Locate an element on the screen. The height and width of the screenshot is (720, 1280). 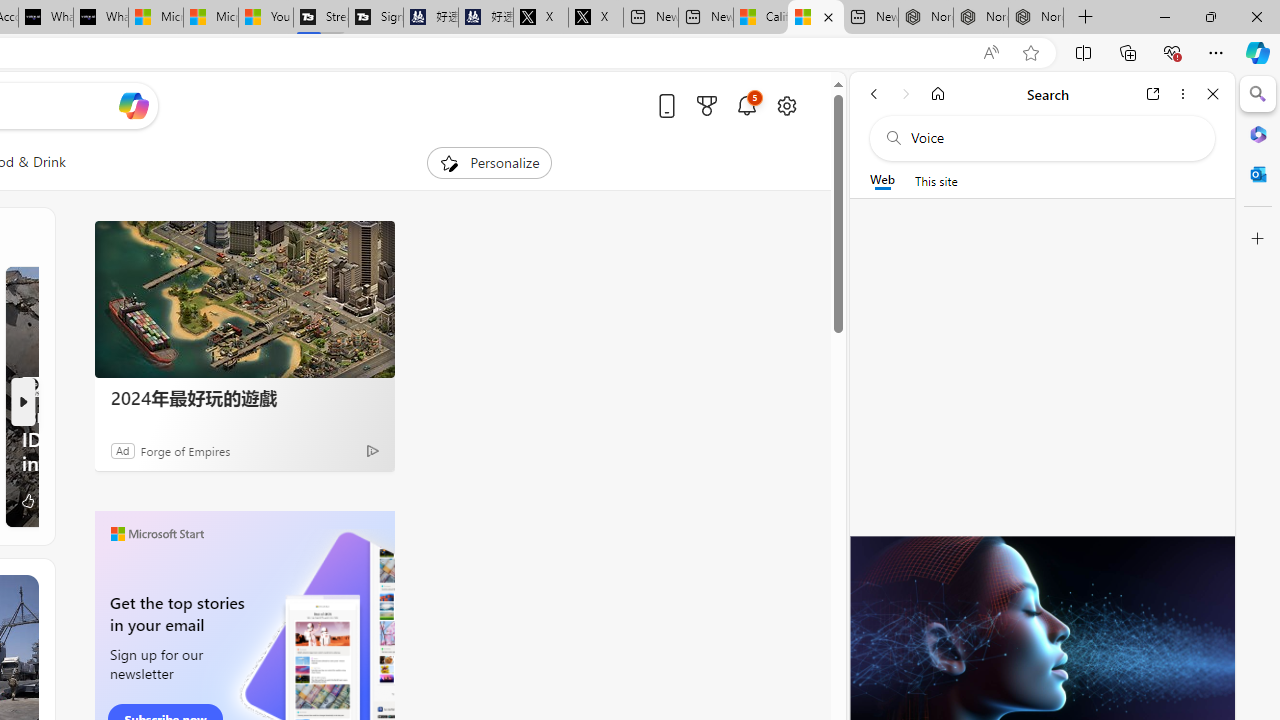
'Microsoft 365' is located at coordinates (1257, 133).